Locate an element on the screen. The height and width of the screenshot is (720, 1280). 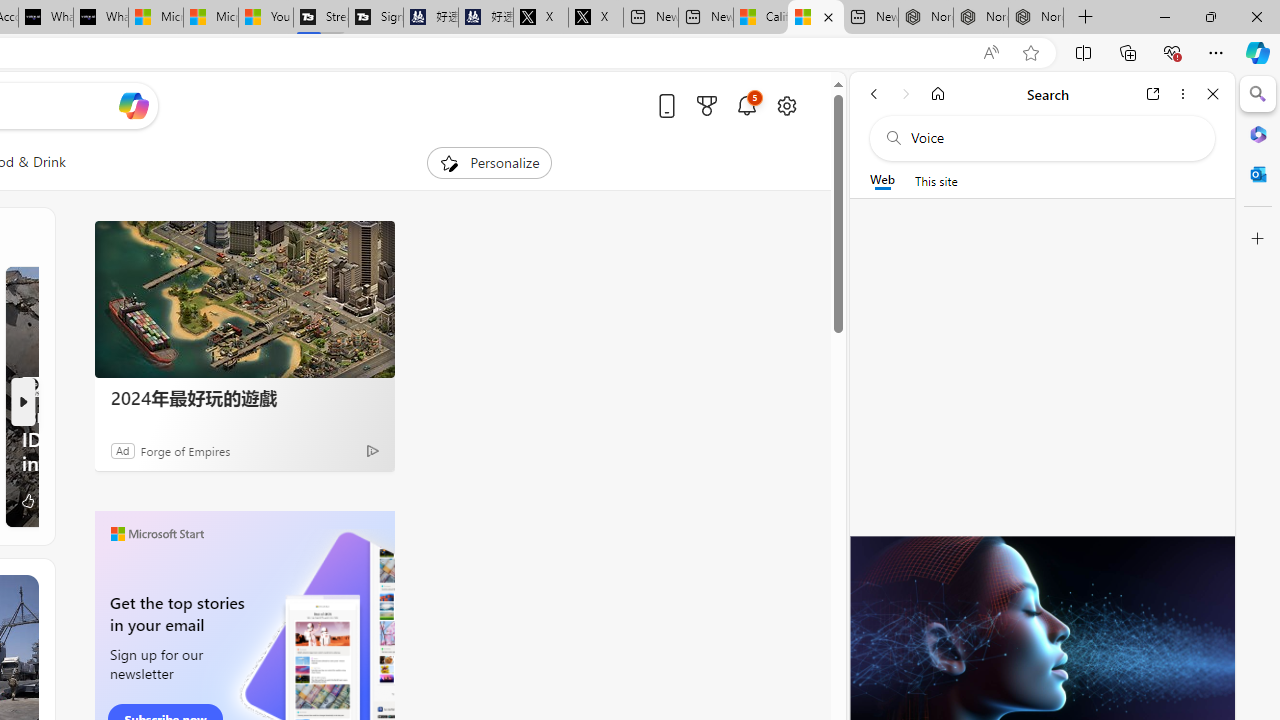
'Microsoft 365' is located at coordinates (1257, 133).